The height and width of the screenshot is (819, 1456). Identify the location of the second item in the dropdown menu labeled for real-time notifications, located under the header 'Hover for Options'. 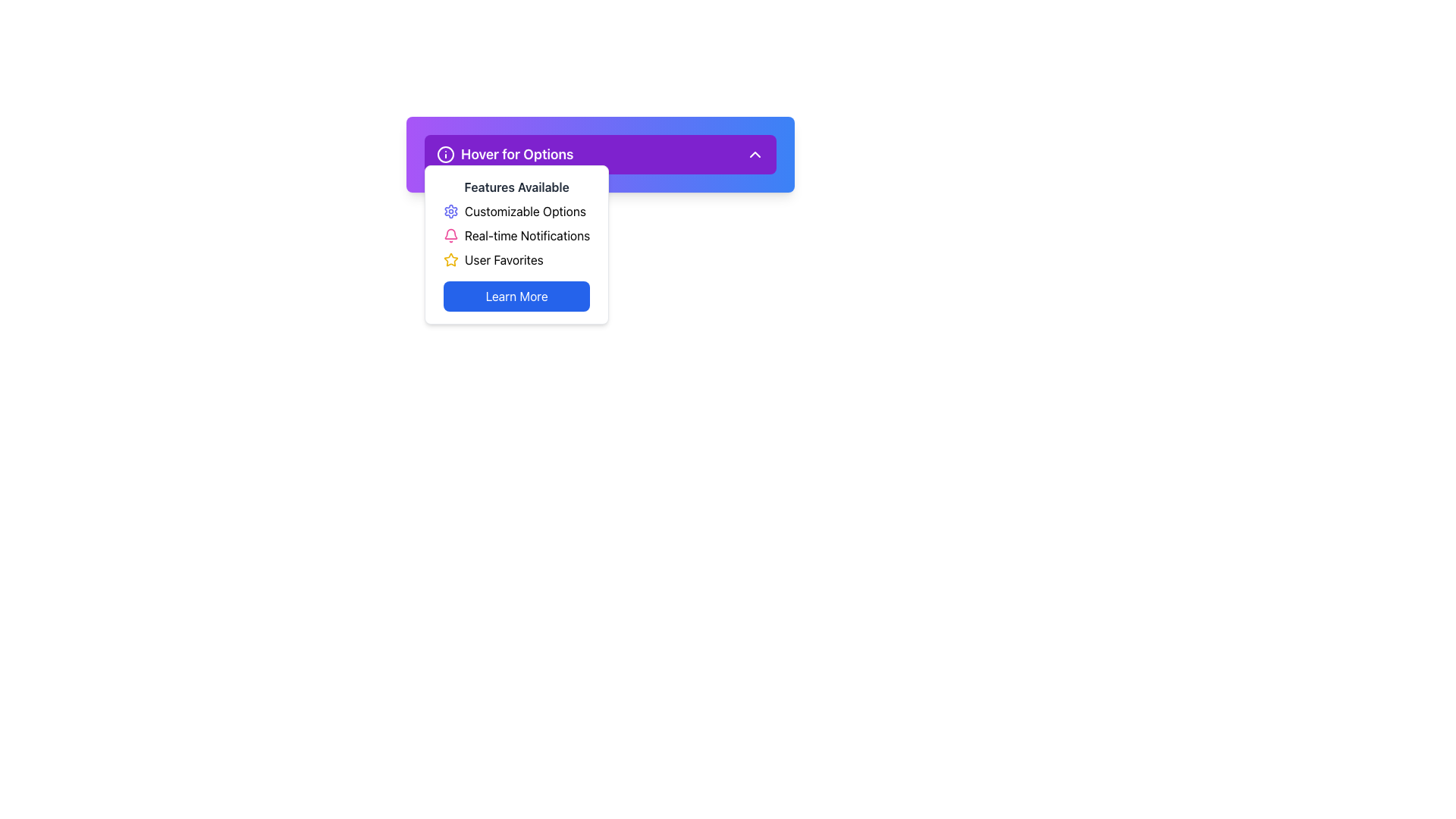
(516, 236).